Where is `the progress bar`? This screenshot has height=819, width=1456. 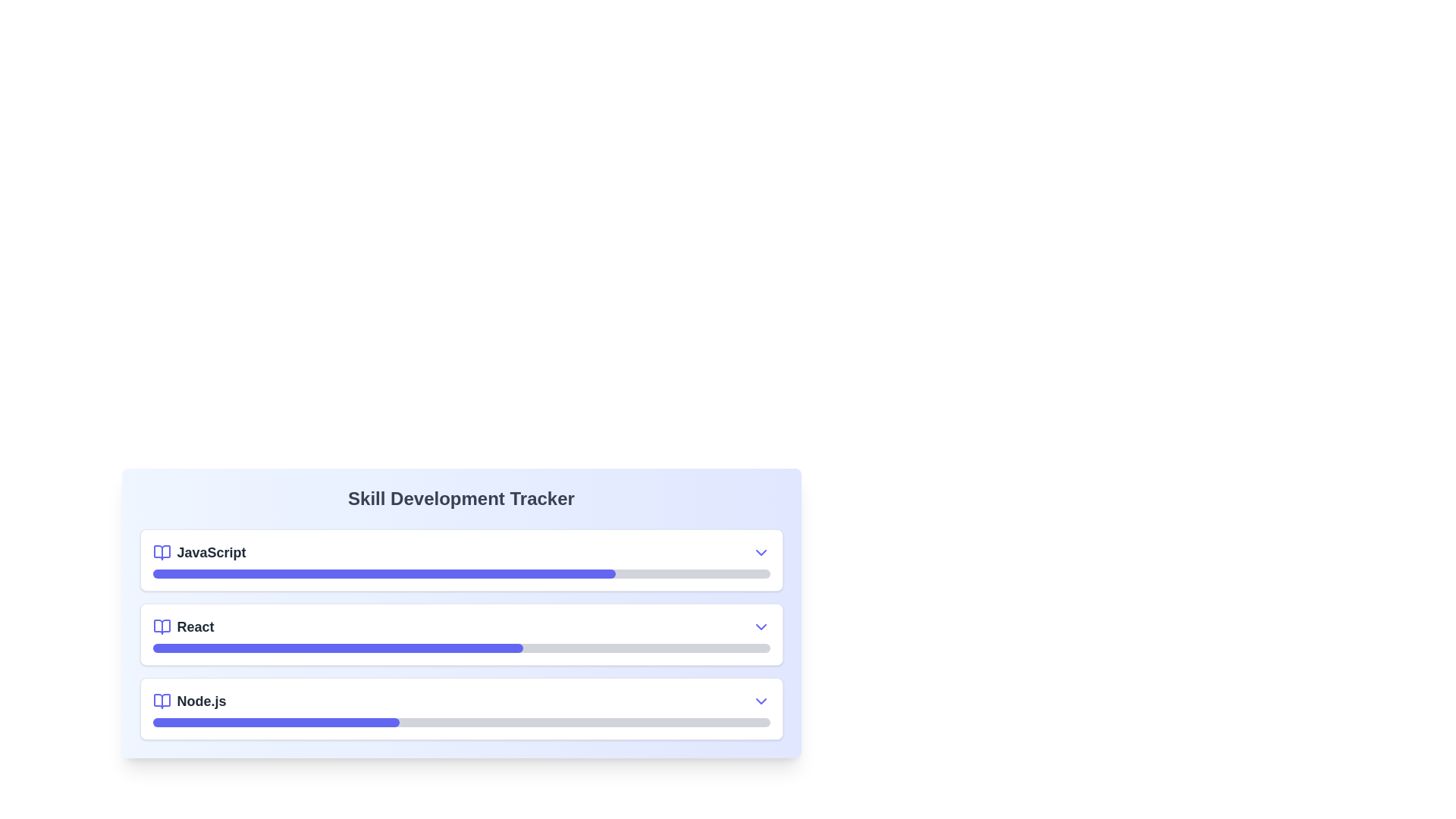
the progress bar is located at coordinates (752, 721).